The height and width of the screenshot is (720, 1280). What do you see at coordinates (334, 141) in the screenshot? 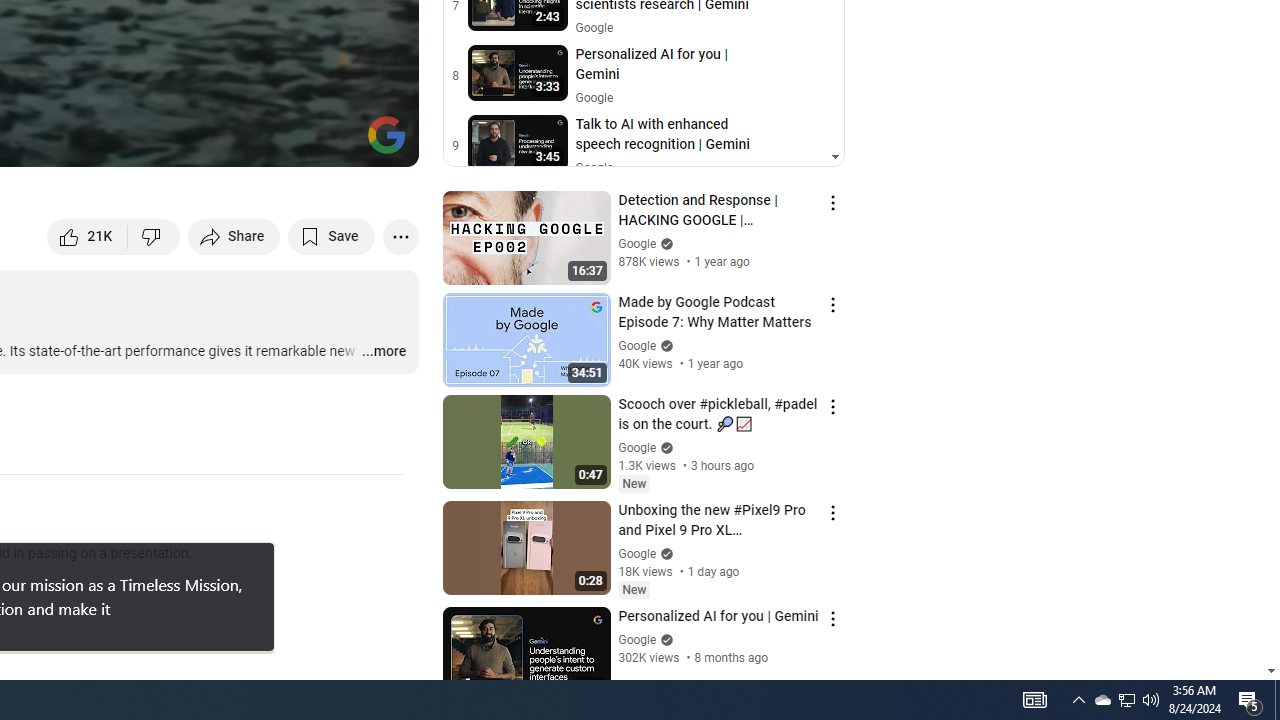
I see `'Theater mode (t)'` at bounding box center [334, 141].